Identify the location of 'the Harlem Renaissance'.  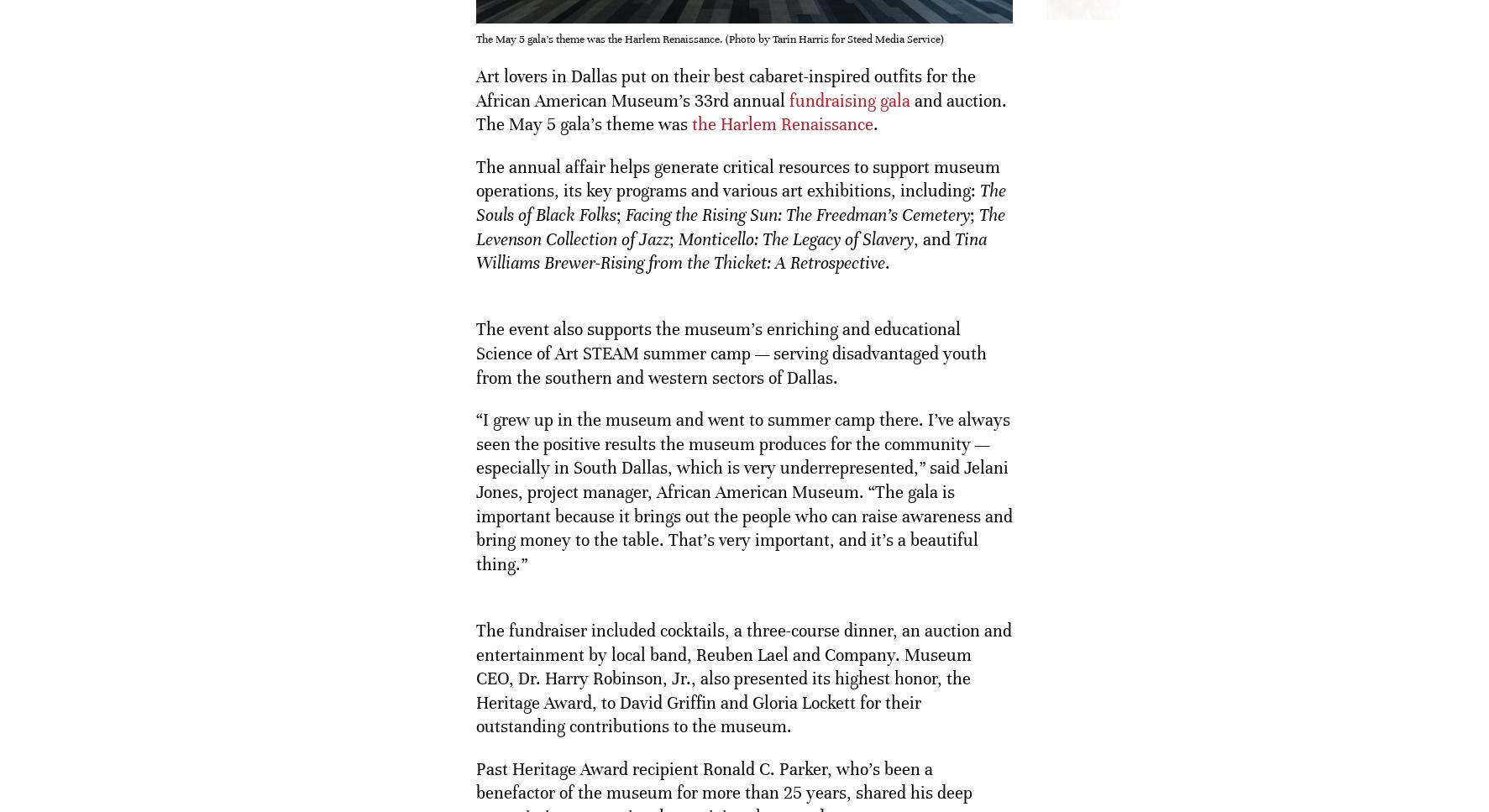
(690, 123).